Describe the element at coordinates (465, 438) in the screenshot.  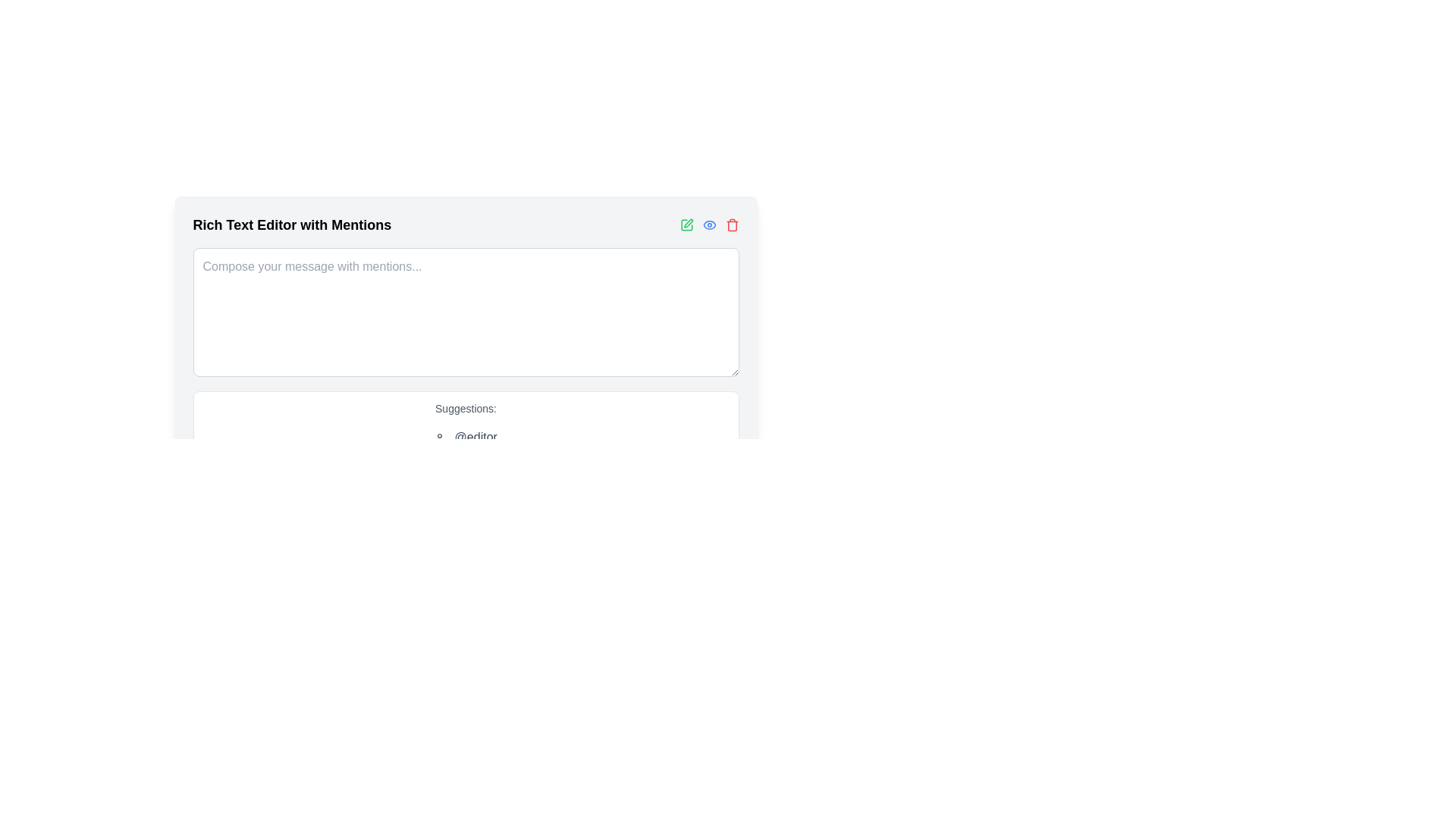
I see `the first list item suggesting '@editor'` at that location.